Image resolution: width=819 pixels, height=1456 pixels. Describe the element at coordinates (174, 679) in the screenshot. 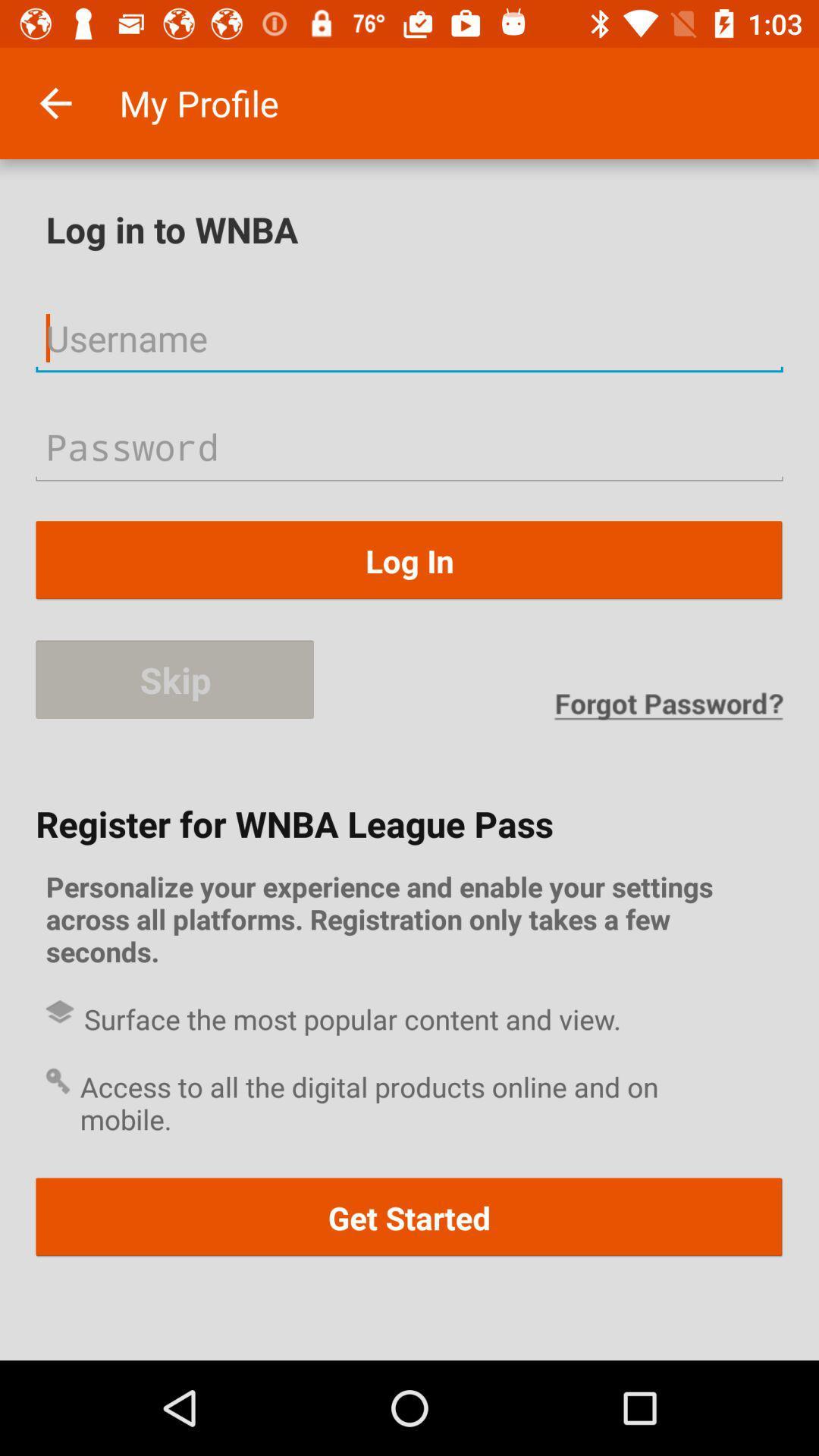

I see `icon below the log in item` at that location.